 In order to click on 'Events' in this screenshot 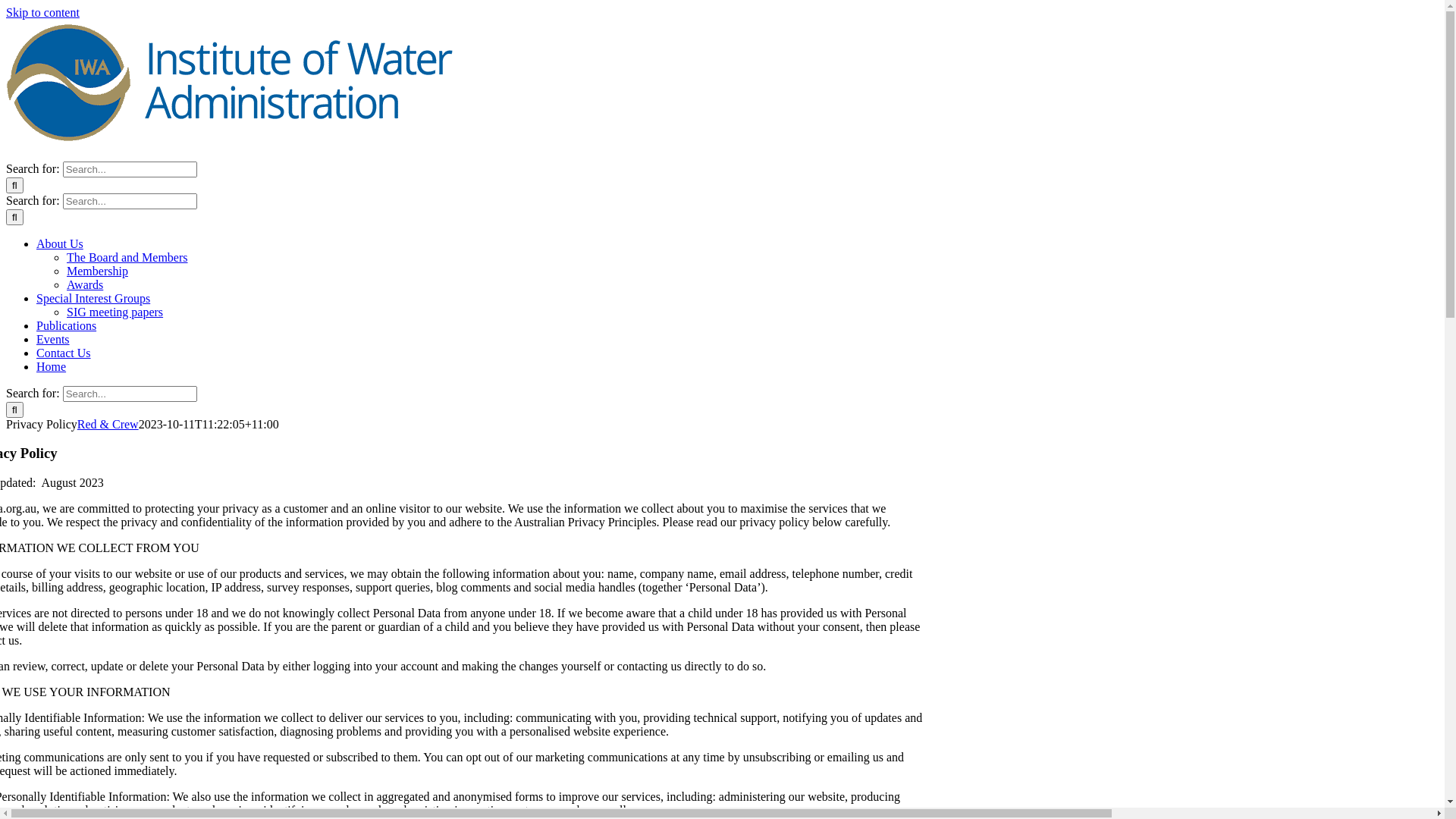, I will do `click(53, 338)`.